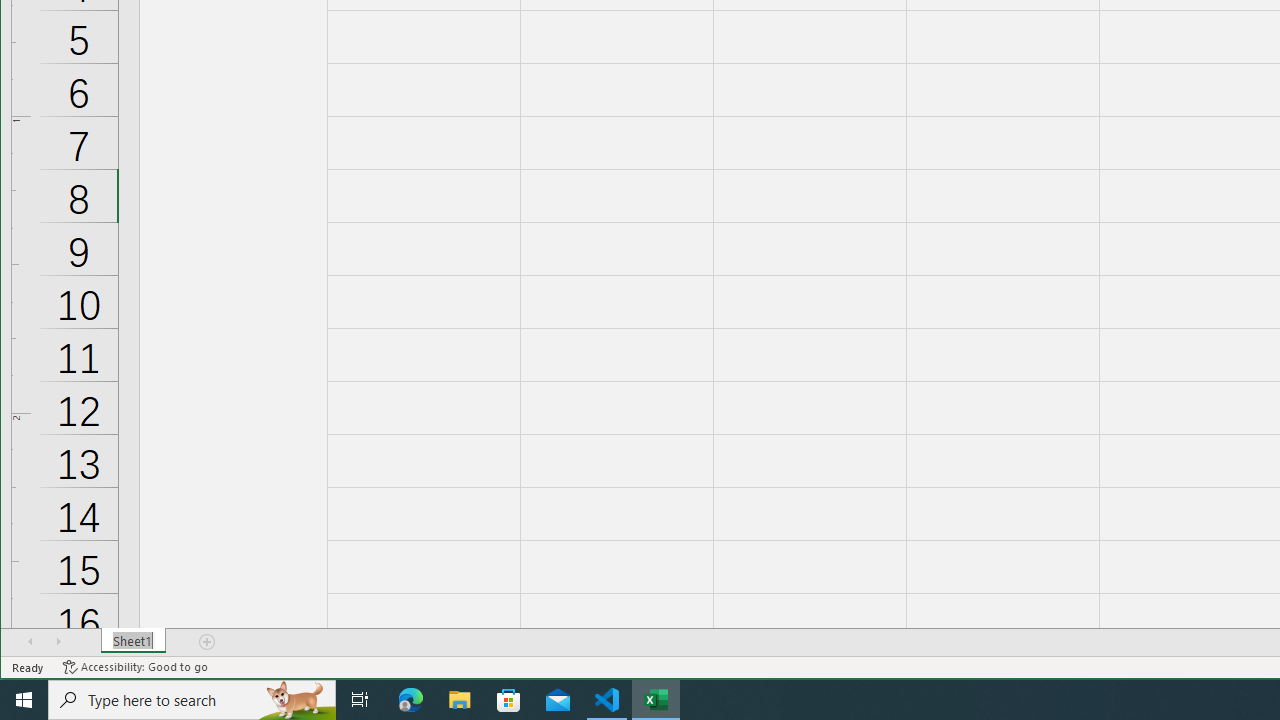  I want to click on 'Visual Studio Code - 1 running window', so click(606, 698).